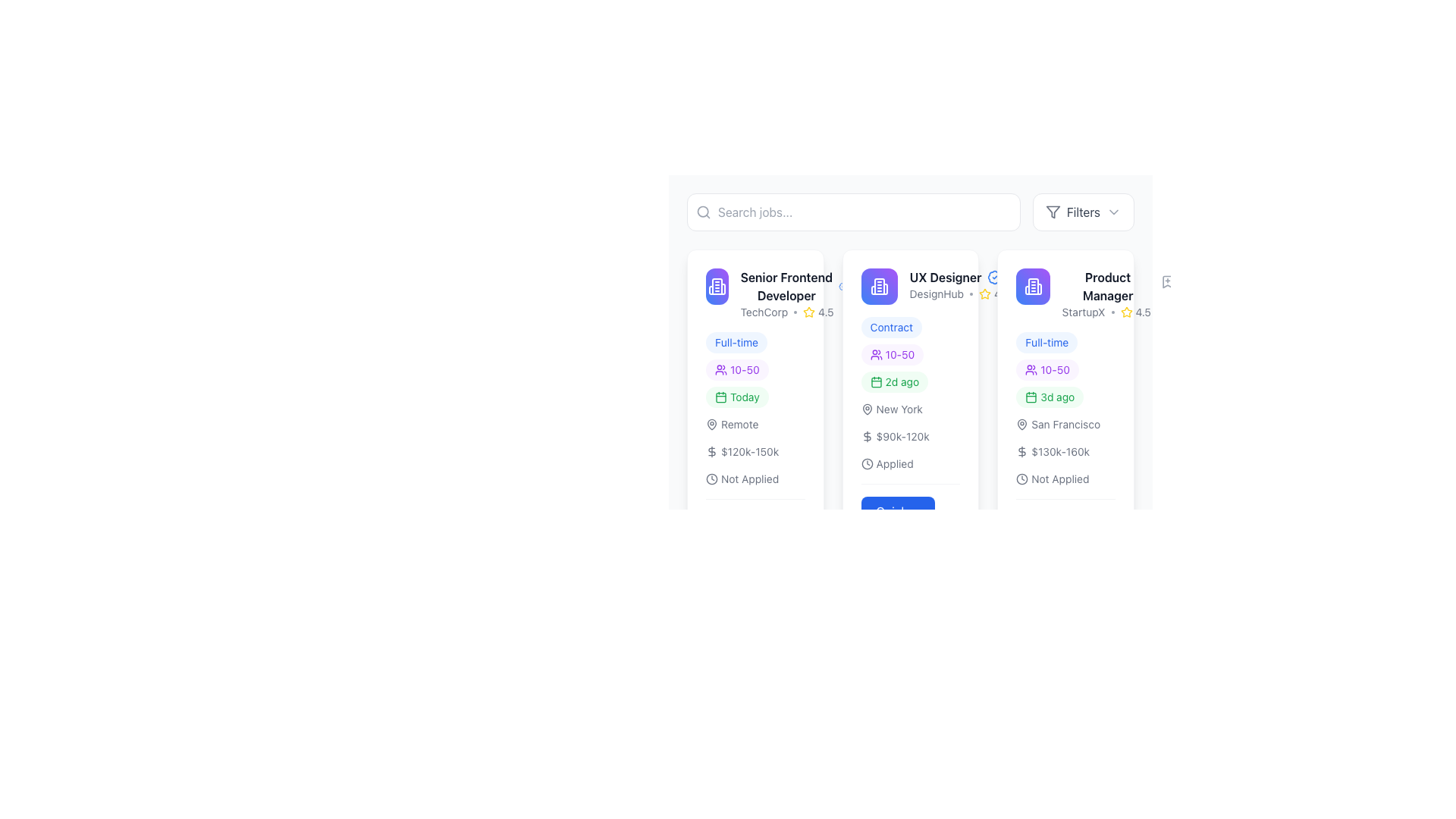 This screenshot has width=1456, height=819. Describe the element at coordinates (732, 424) in the screenshot. I see `the 'Remote' text with icon located in the top-left corner of the job listing card for 'Senior Frontend Developer.'` at that location.